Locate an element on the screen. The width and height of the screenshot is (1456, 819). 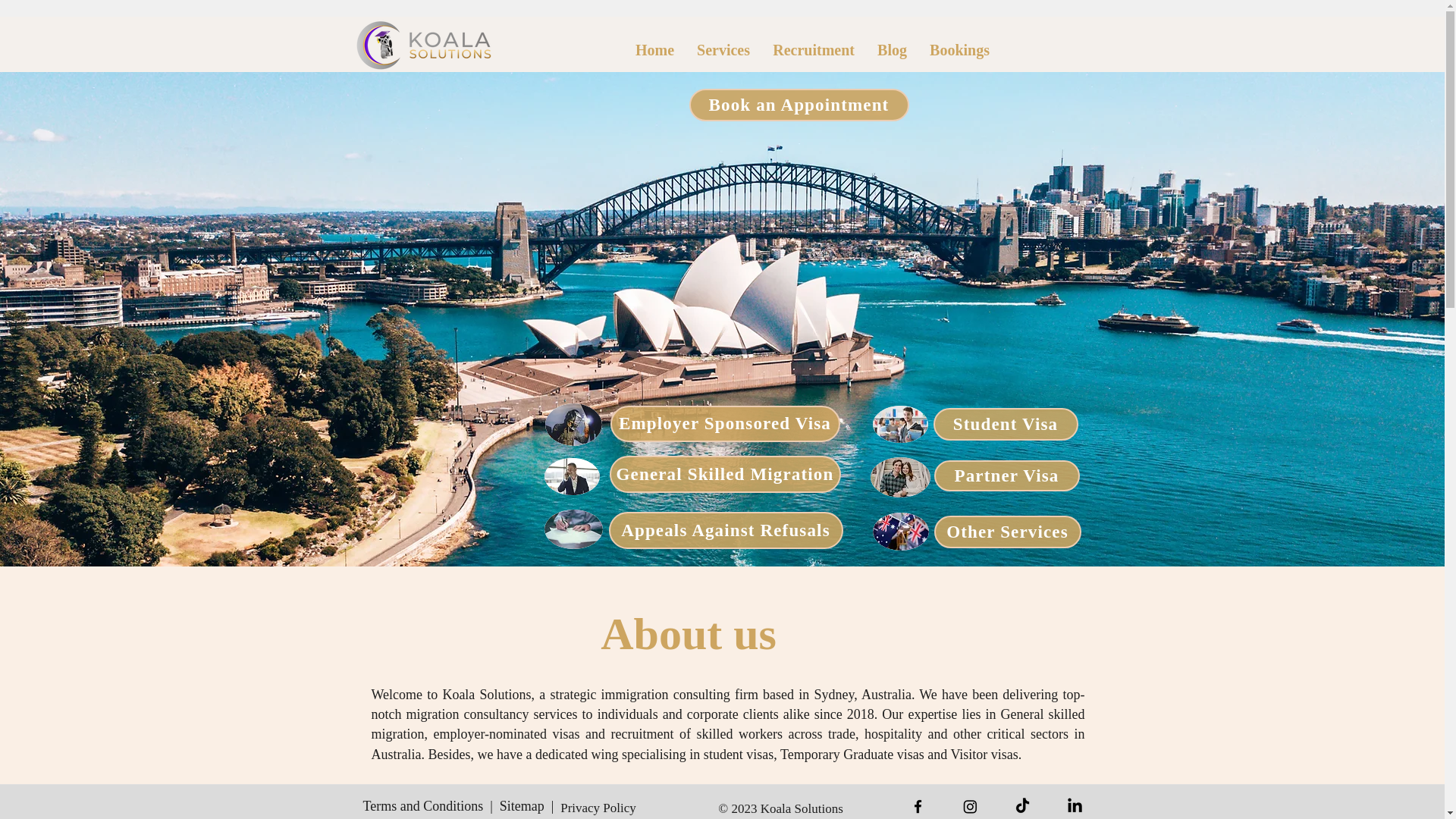
'Home' is located at coordinates (623, 49).